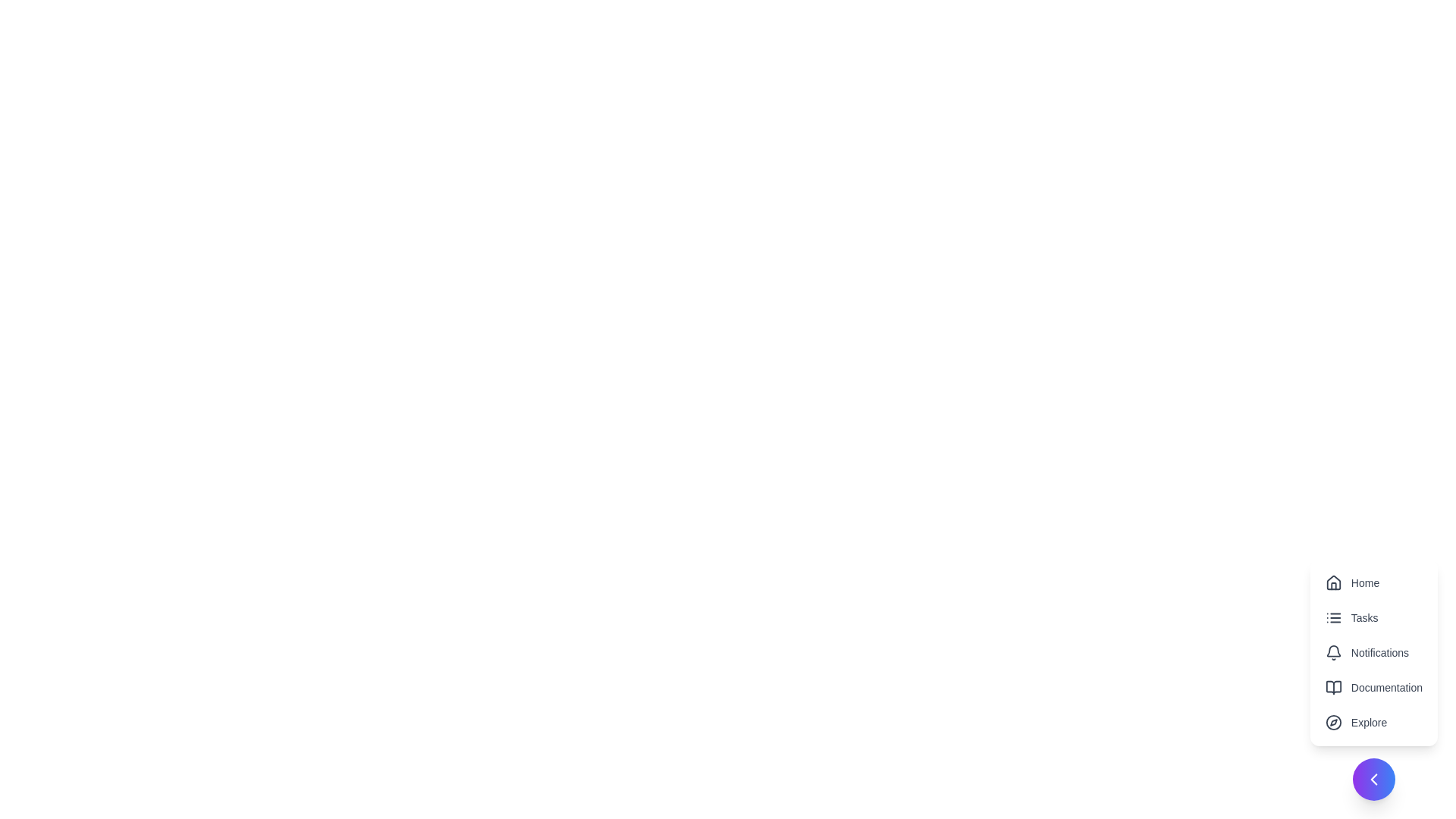  I want to click on the menu item labeled Explore to observe its hover effect, so click(1373, 721).